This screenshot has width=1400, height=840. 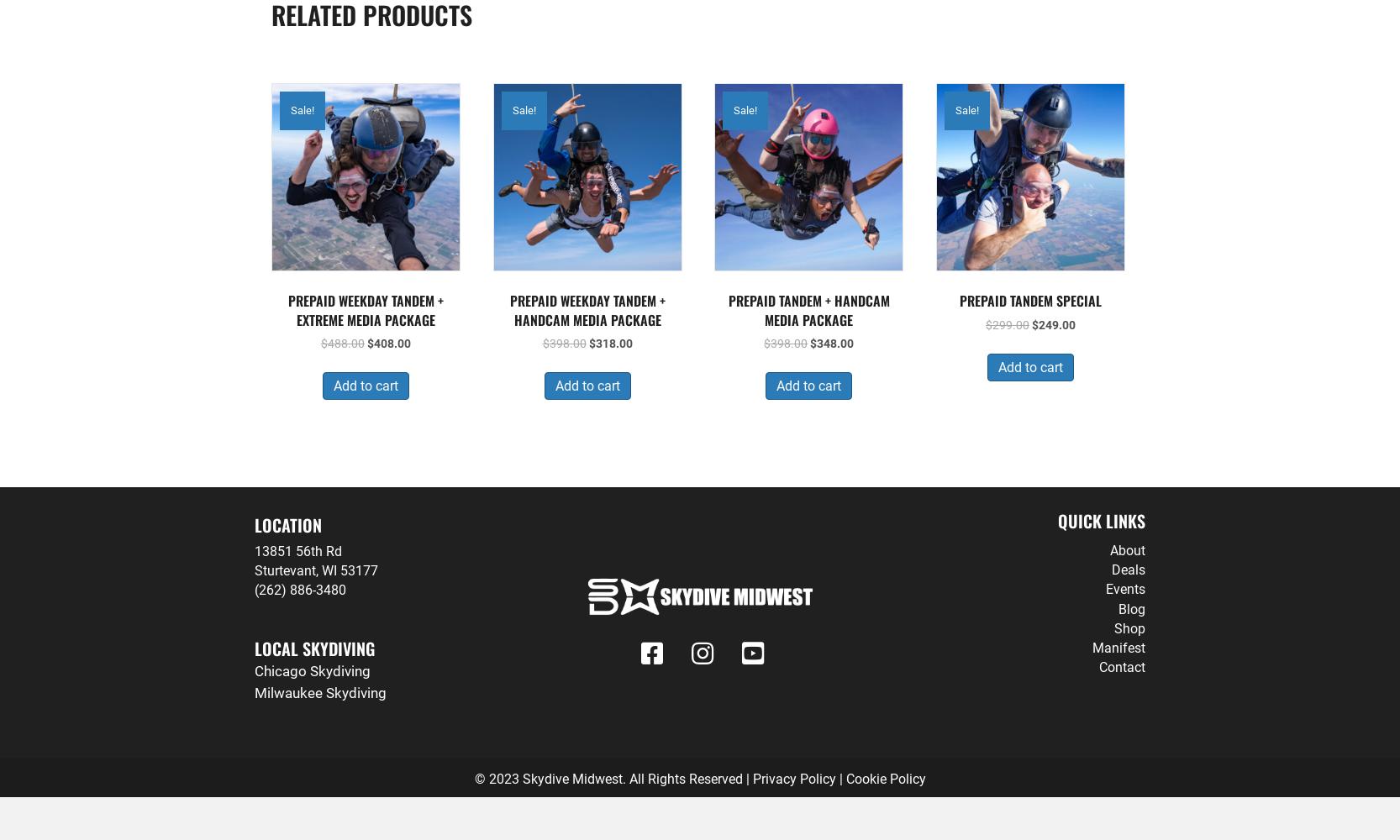 What do you see at coordinates (613, 344) in the screenshot?
I see `'318.00'` at bounding box center [613, 344].